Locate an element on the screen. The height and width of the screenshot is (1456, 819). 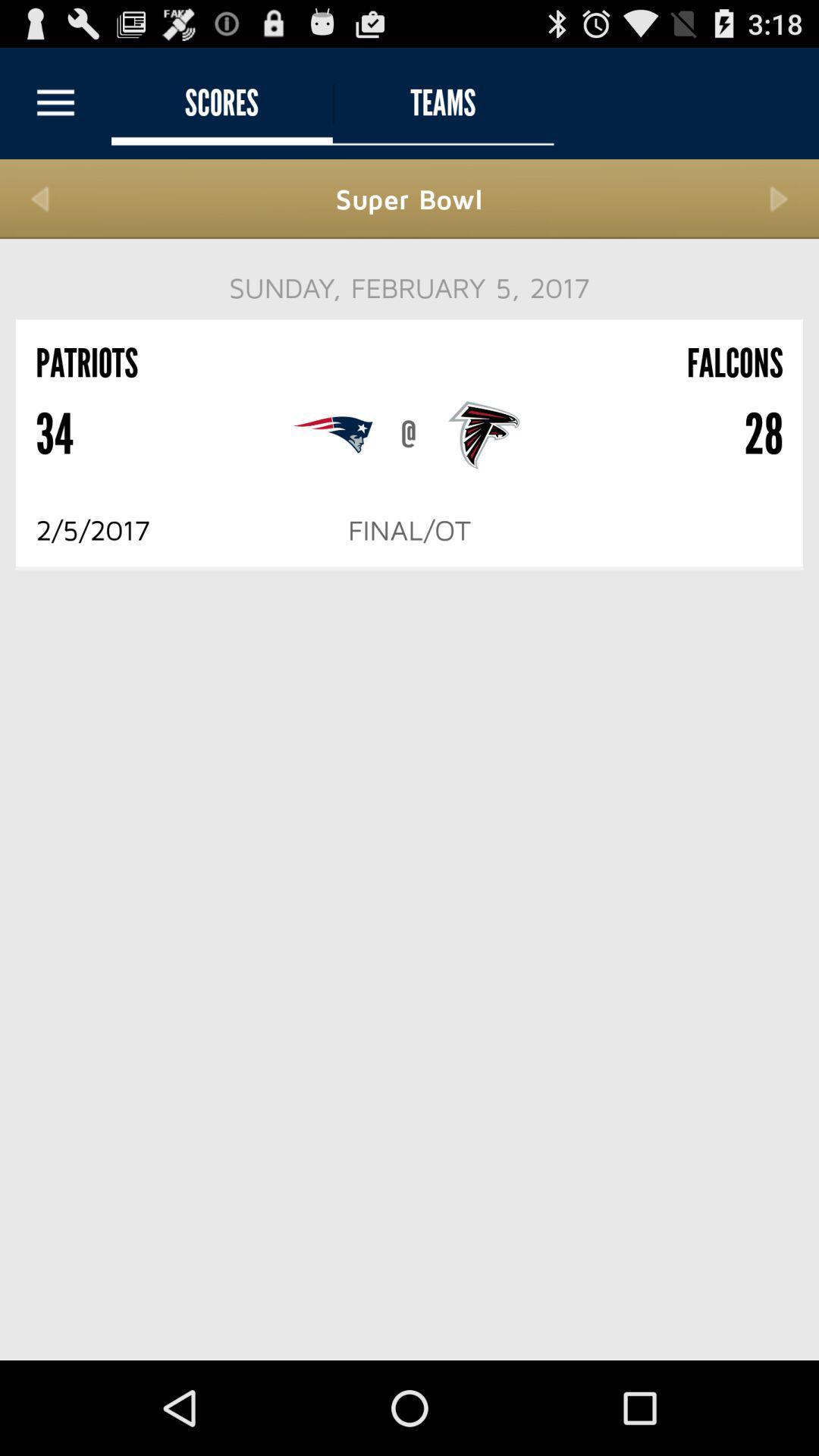
the arrow_backward icon is located at coordinates (39, 212).